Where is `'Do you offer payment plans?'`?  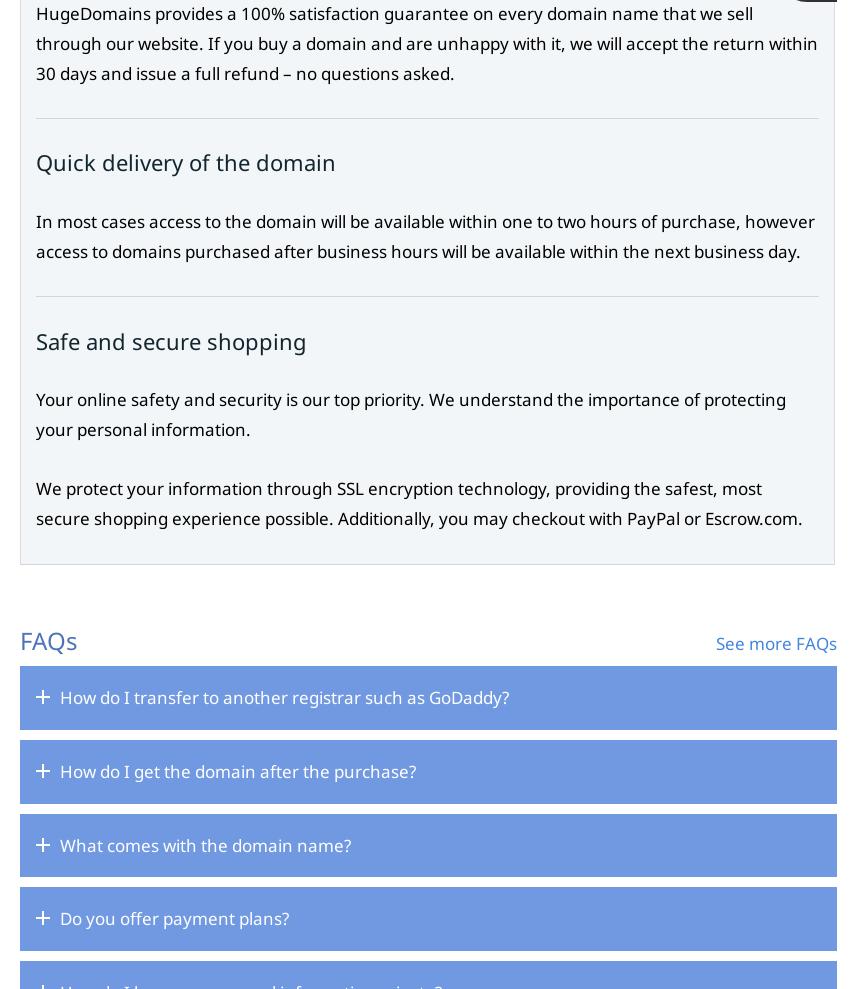
'Do you offer payment plans?' is located at coordinates (174, 917).